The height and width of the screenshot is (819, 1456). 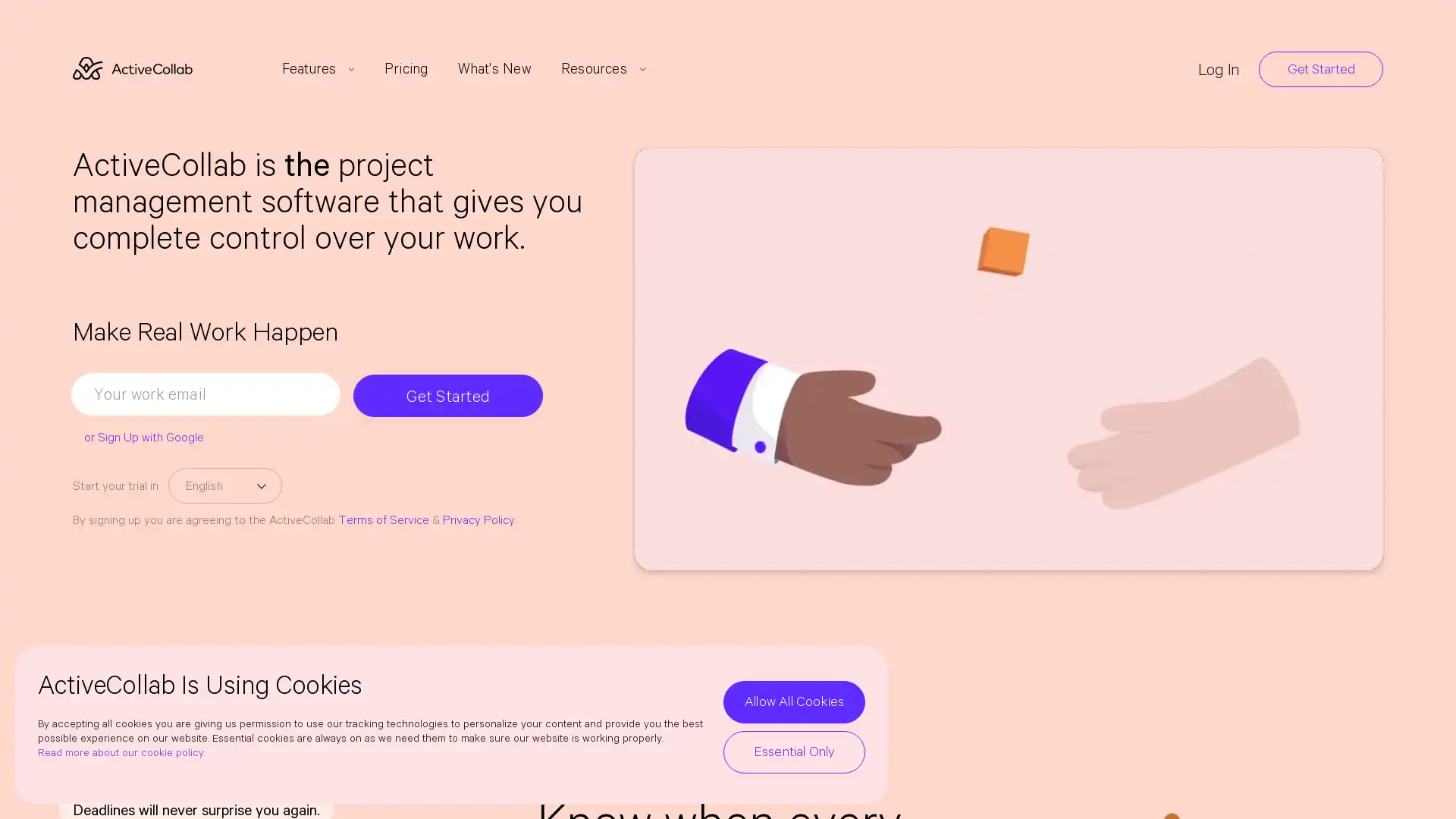 What do you see at coordinates (793, 701) in the screenshot?
I see `Allow All Cookies` at bounding box center [793, 701].